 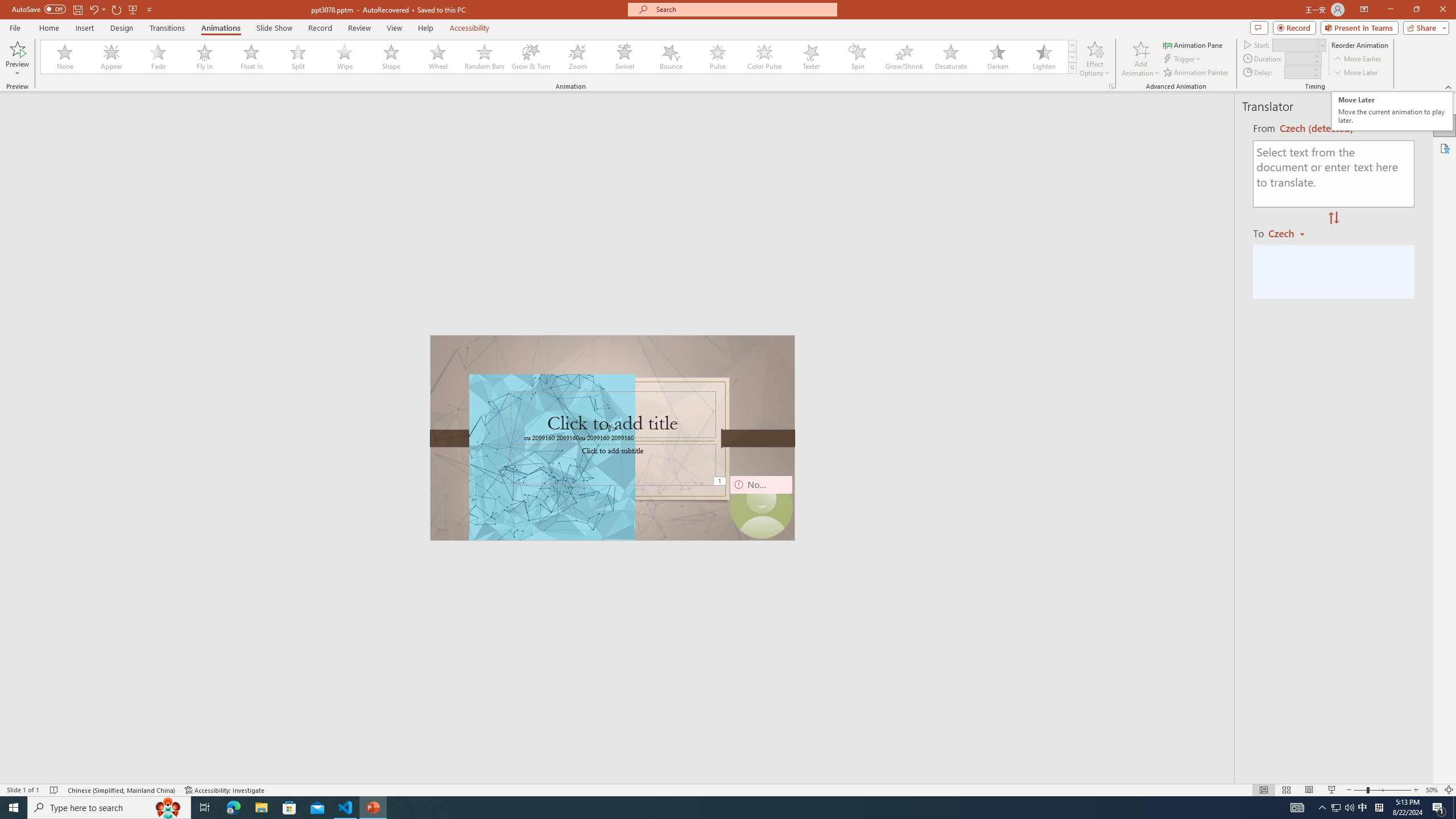 I want to click on 'None', so click(x=65, y=56).